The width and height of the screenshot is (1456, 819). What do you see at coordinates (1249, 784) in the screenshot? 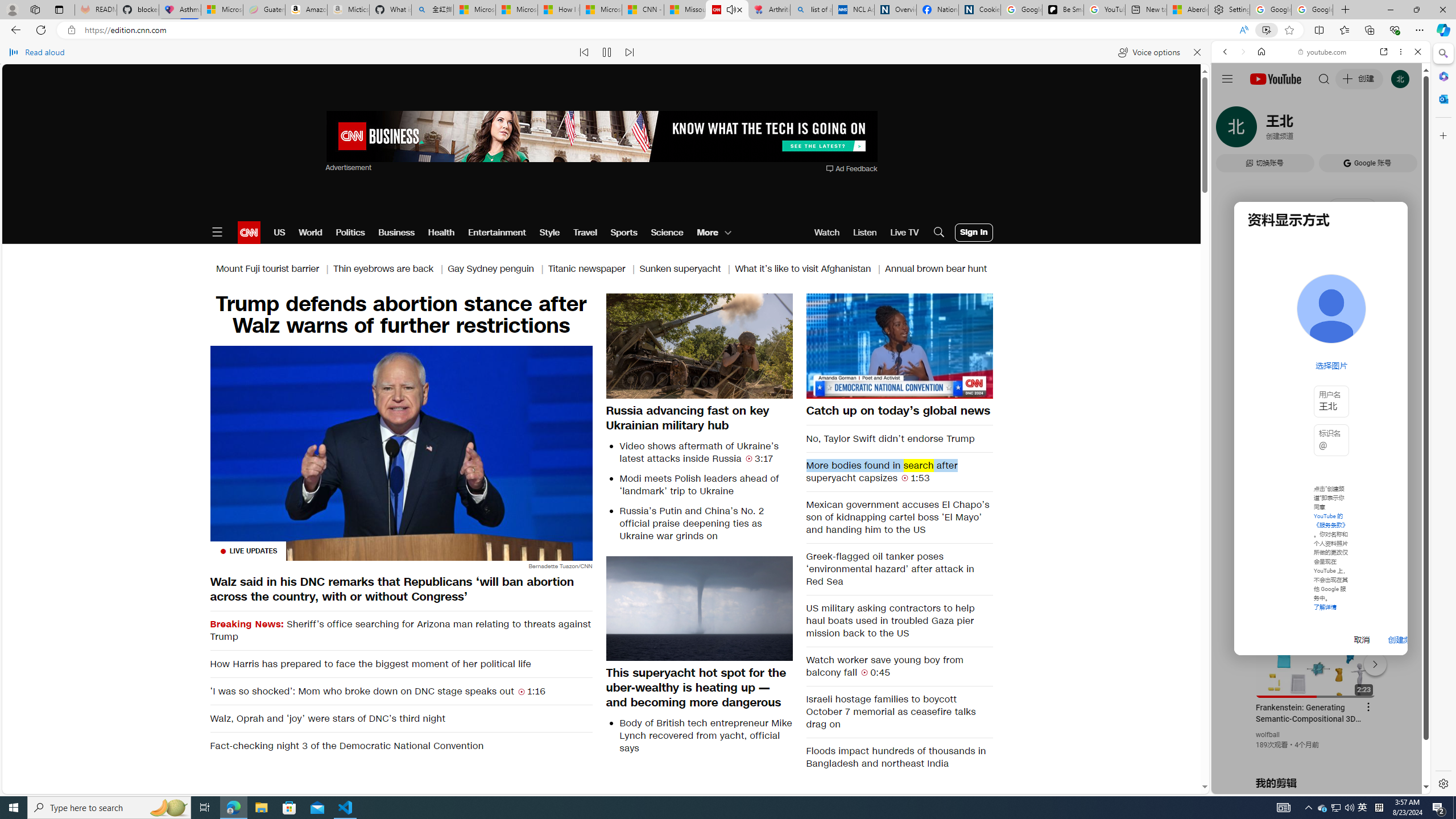
I see `'US[ju]'` at bounding box center [1249, 784].